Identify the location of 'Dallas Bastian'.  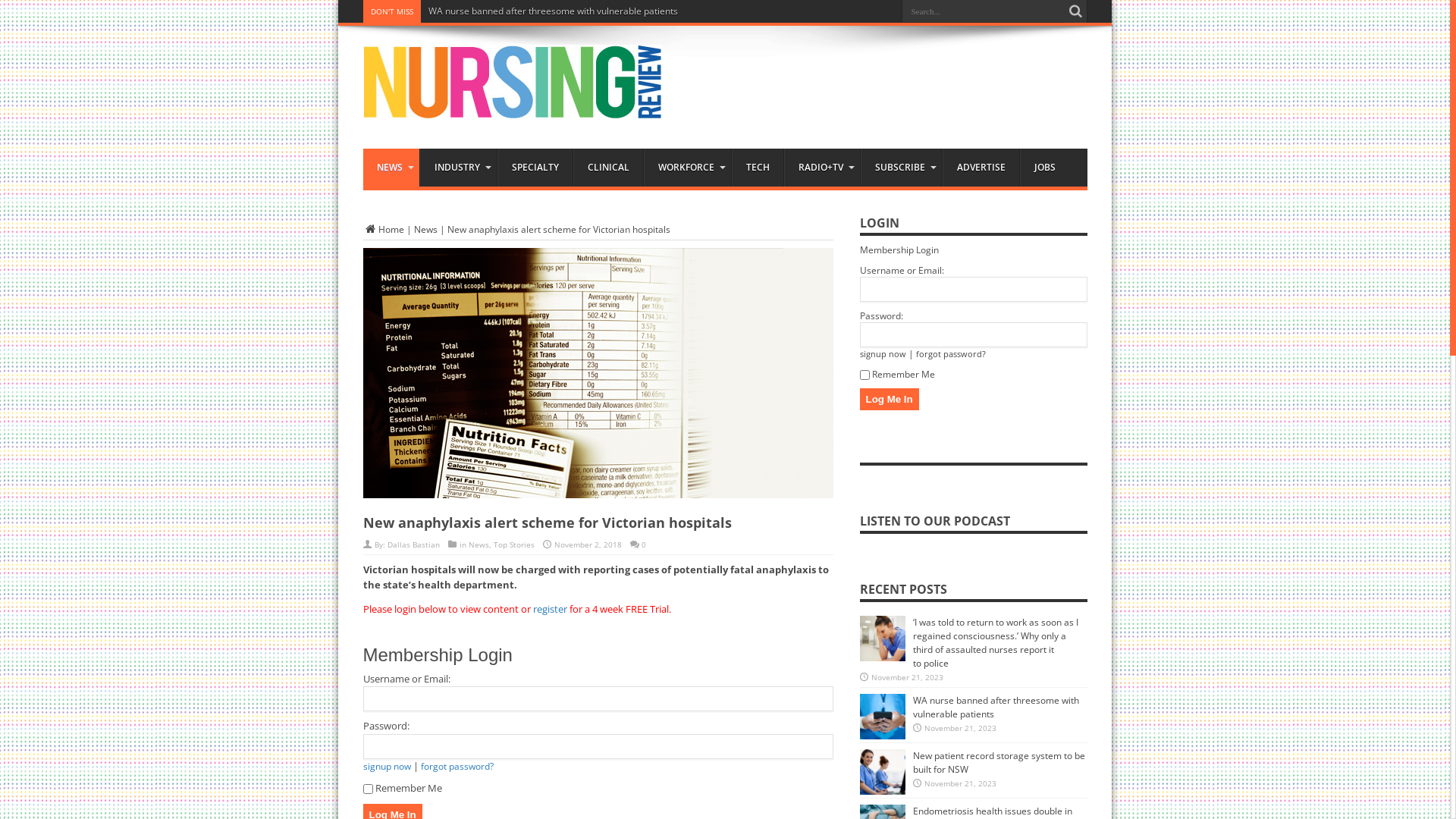
(413, 543).